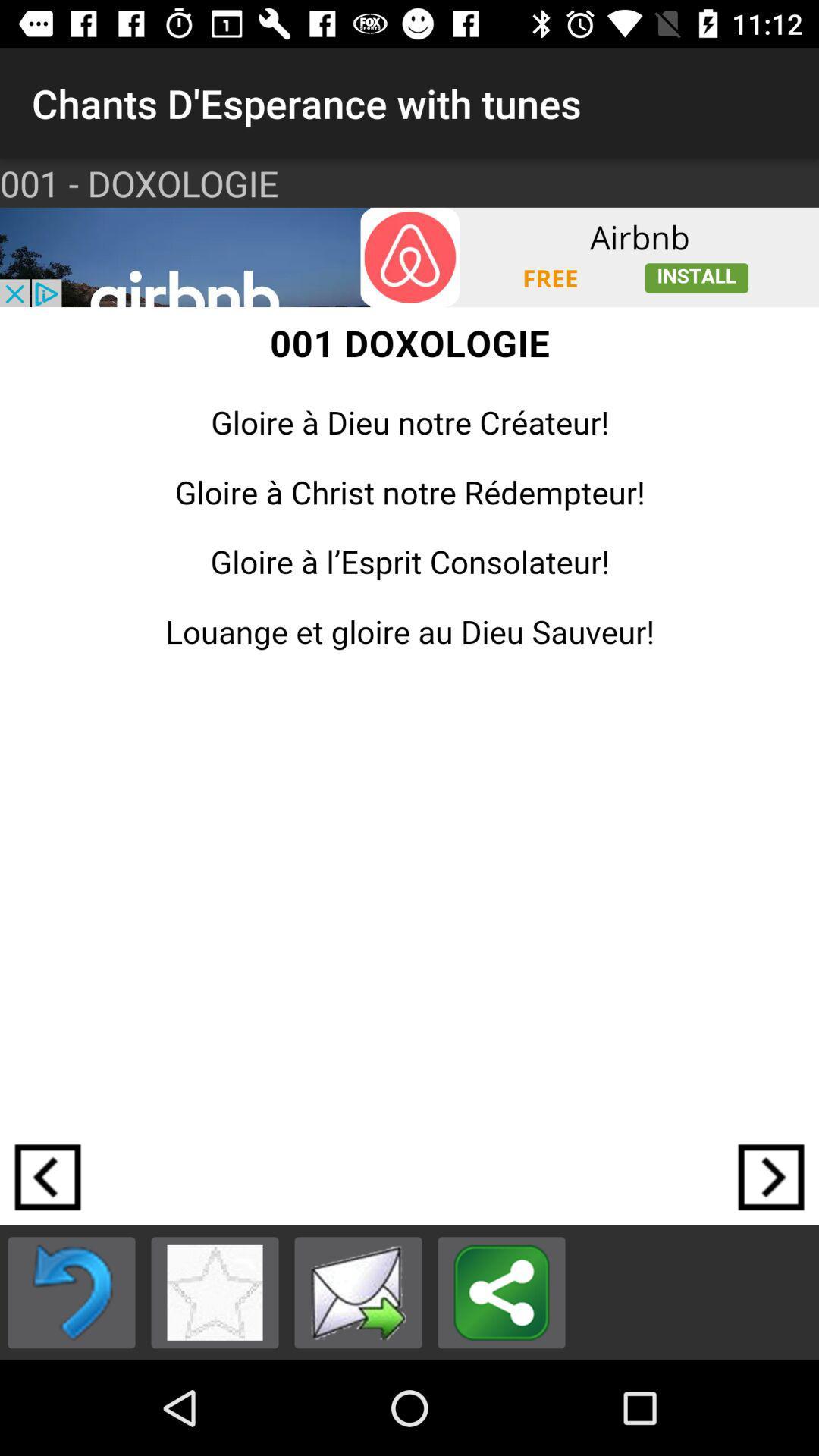 This screenshot has height=1456, width=819. I want to click on to bookmarks, so click(215, 1291).